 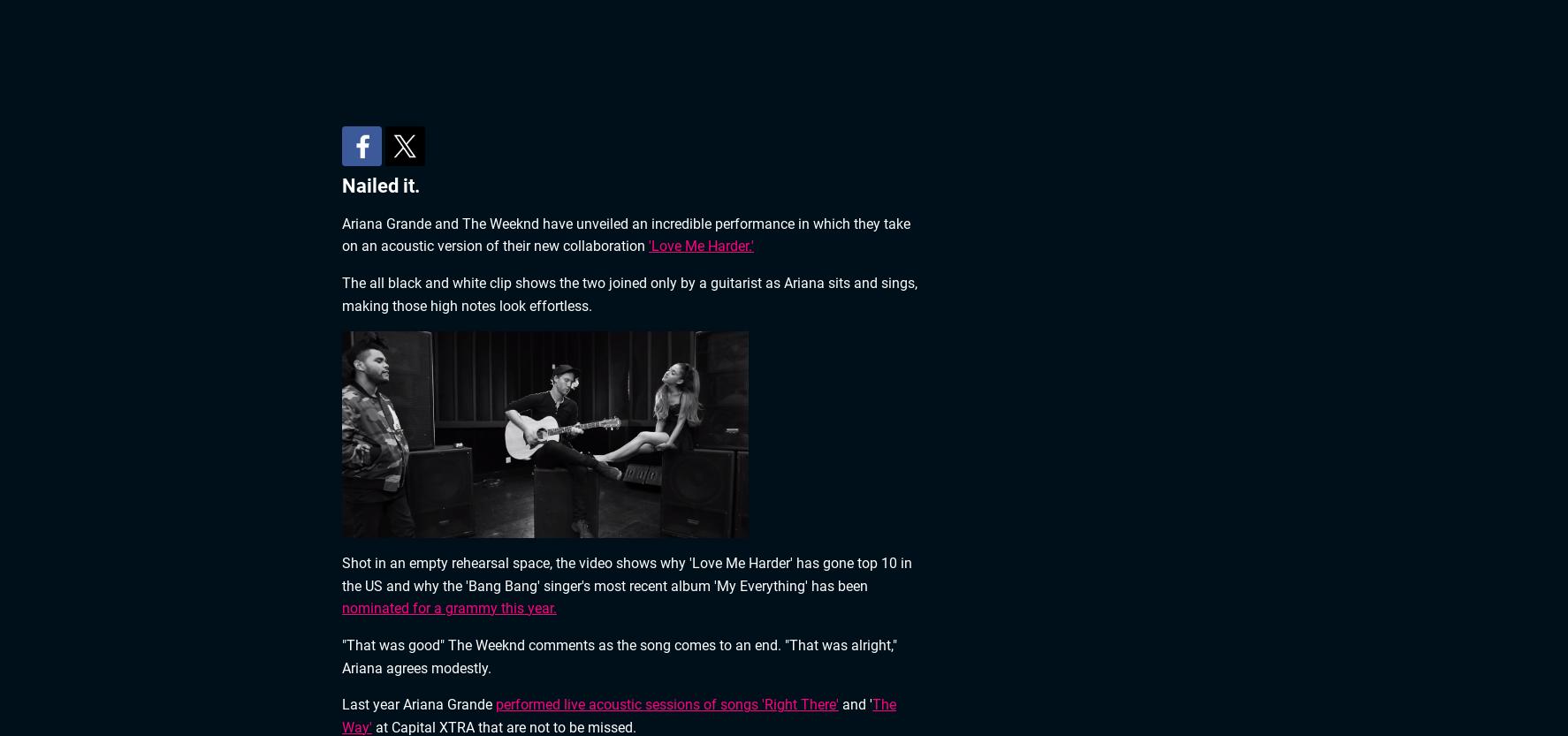 I want to click on '"That was good" The Weeknd comments as the song comes to an end. "That was alright," Ariana agrees modestly.', so click(x=341, y=656).